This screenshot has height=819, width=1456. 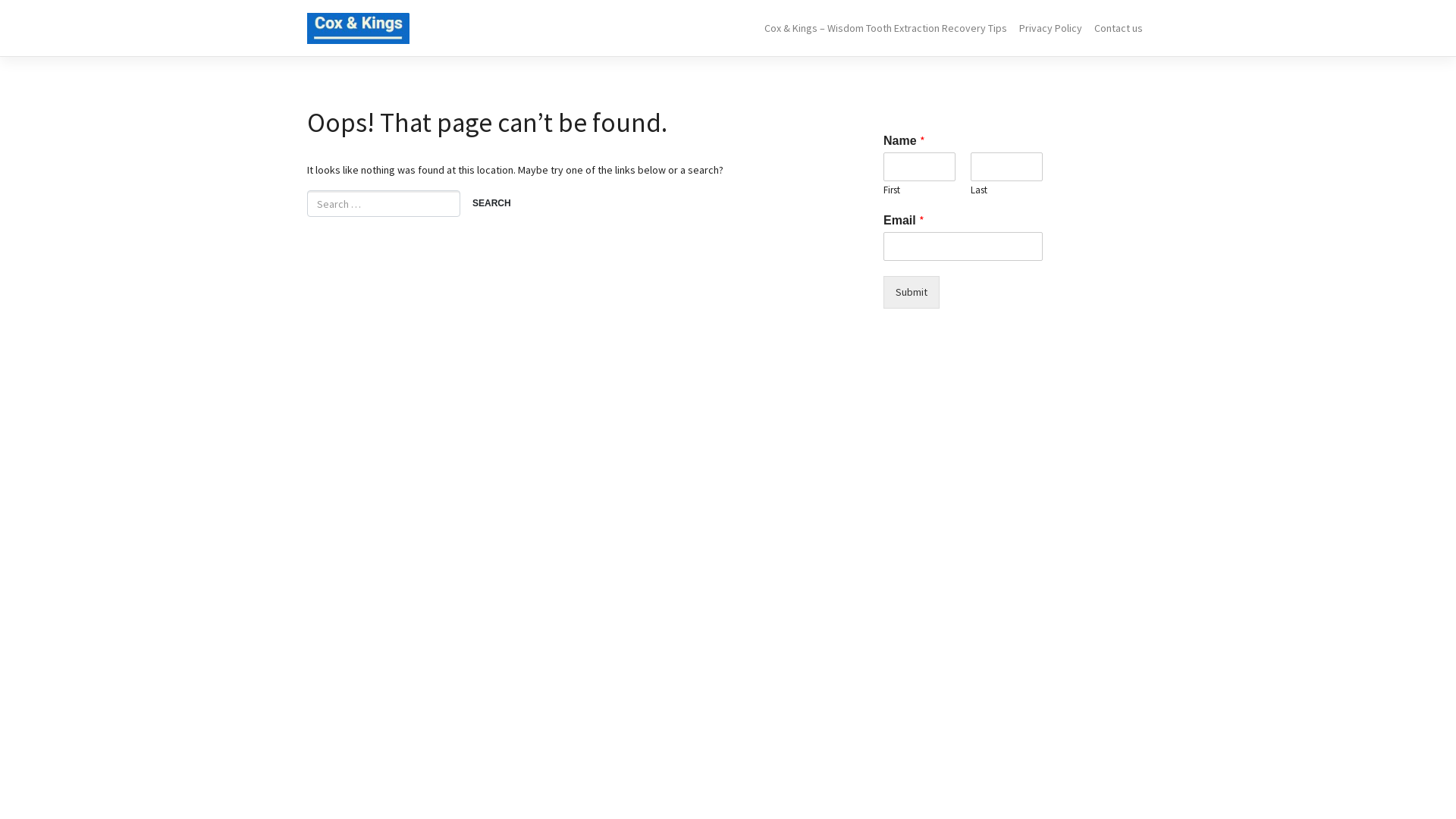 What do you see at coordinates (383, 202) in the screenshot?
I see `'Search for:'` at bounding box center [383, 202].